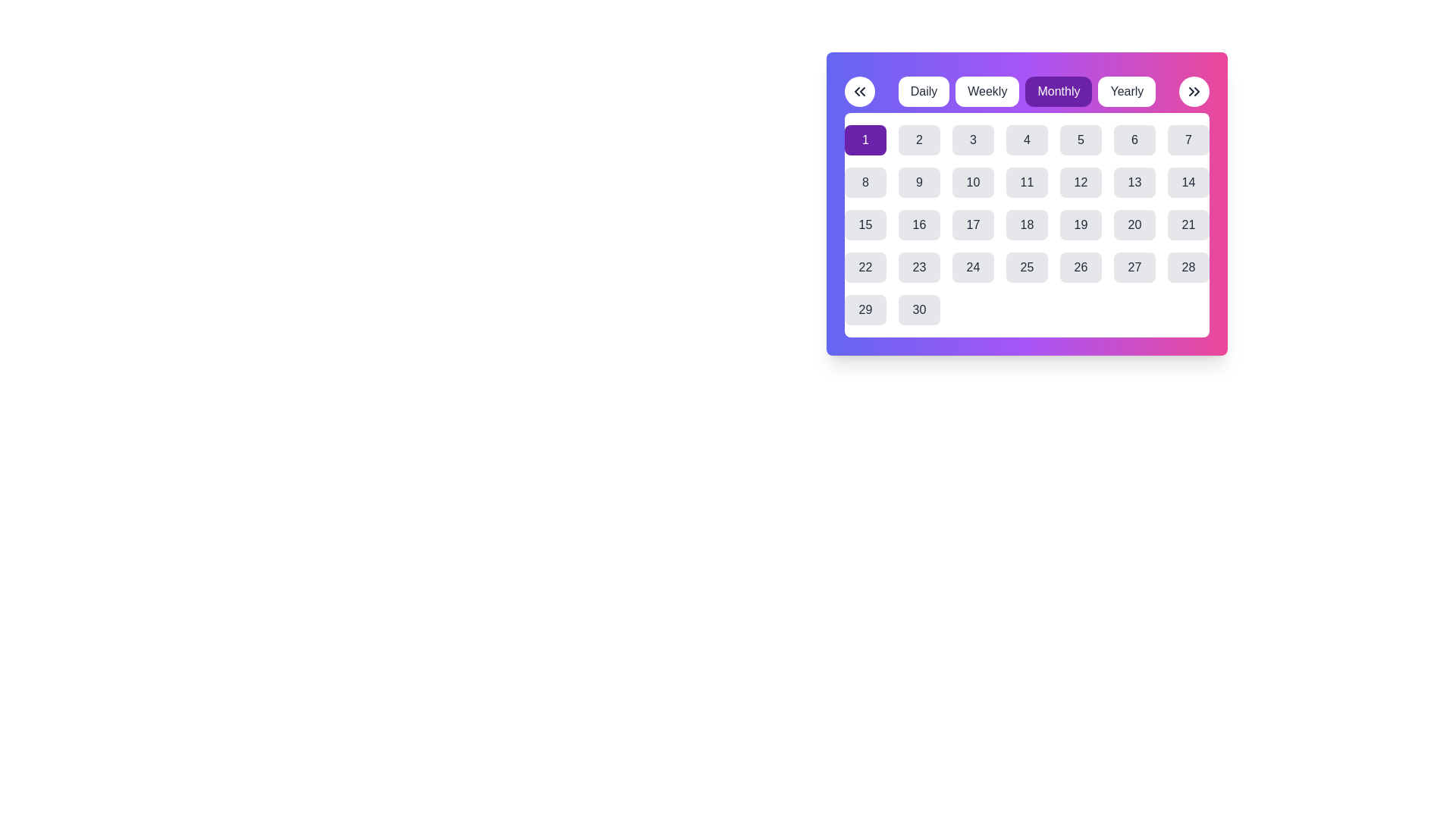 The height and width of the screenshot is (819, 1456). Describe the element at coordinates (1027, 267) in the screenshot. I see `the rounded square button displaying the number '25'` at that location.